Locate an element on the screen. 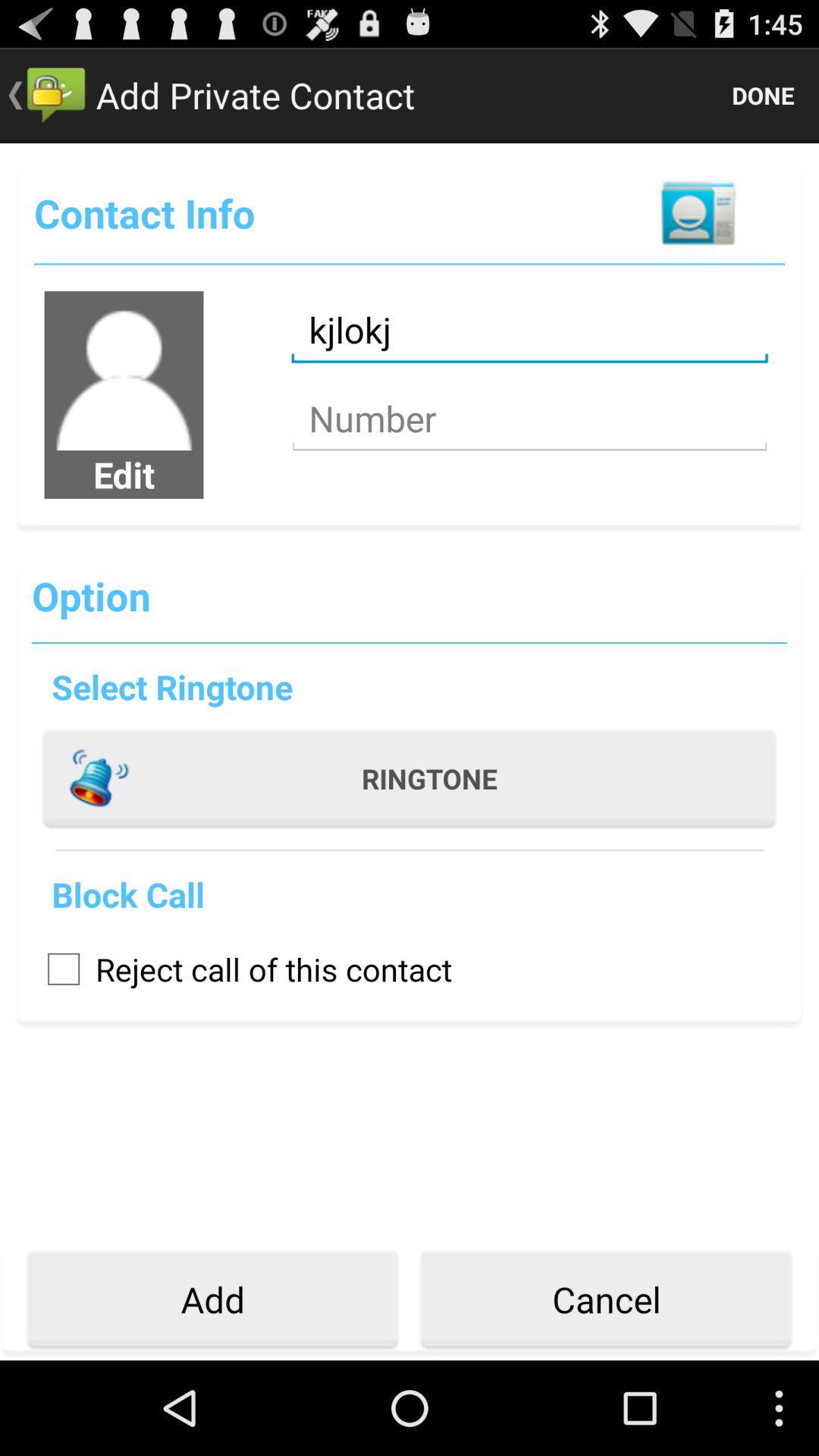  the avatar icon is located at coordinates (123, 397).